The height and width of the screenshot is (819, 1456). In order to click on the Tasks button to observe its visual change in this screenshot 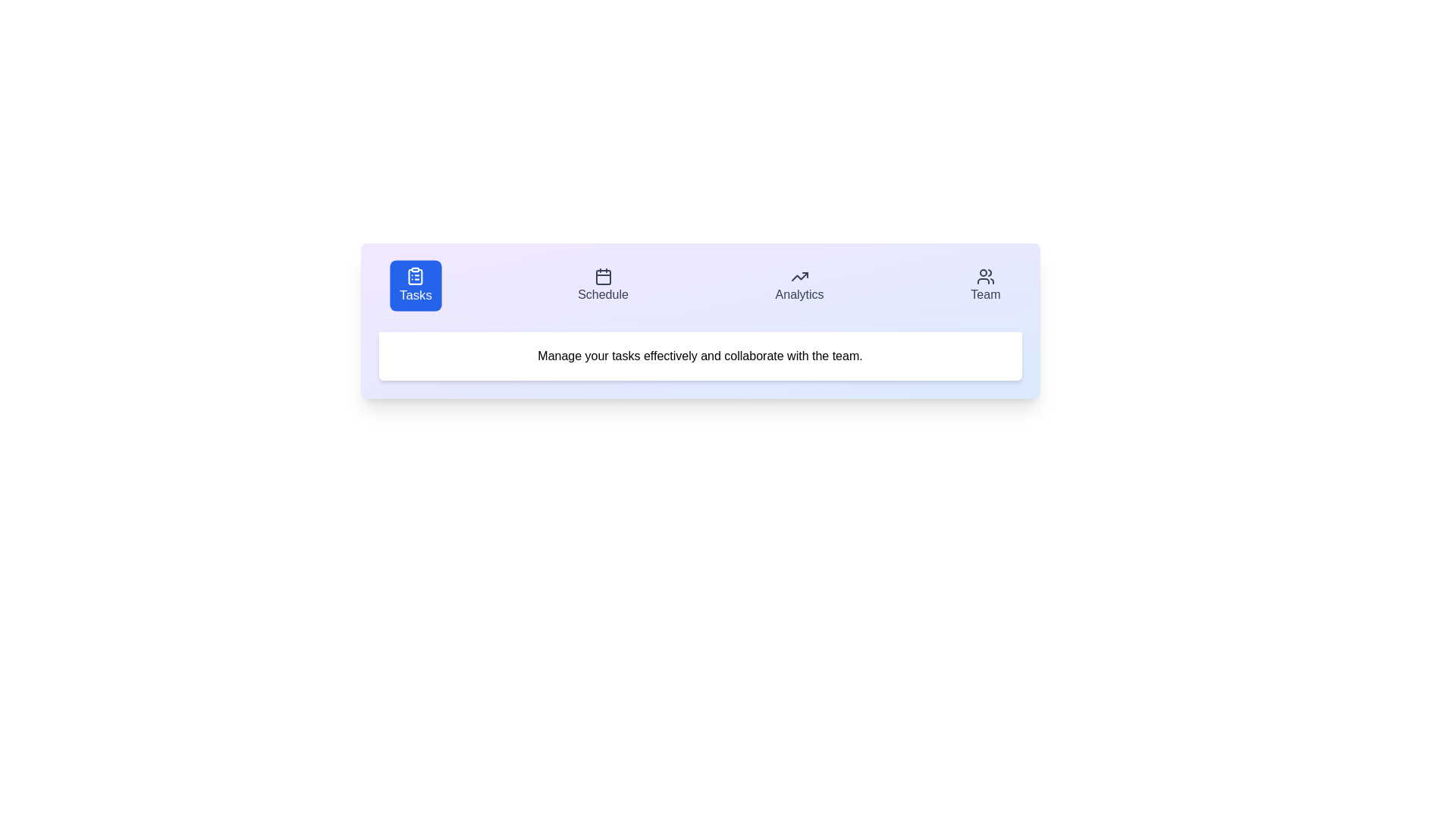, I will do `click(415, 286)`.